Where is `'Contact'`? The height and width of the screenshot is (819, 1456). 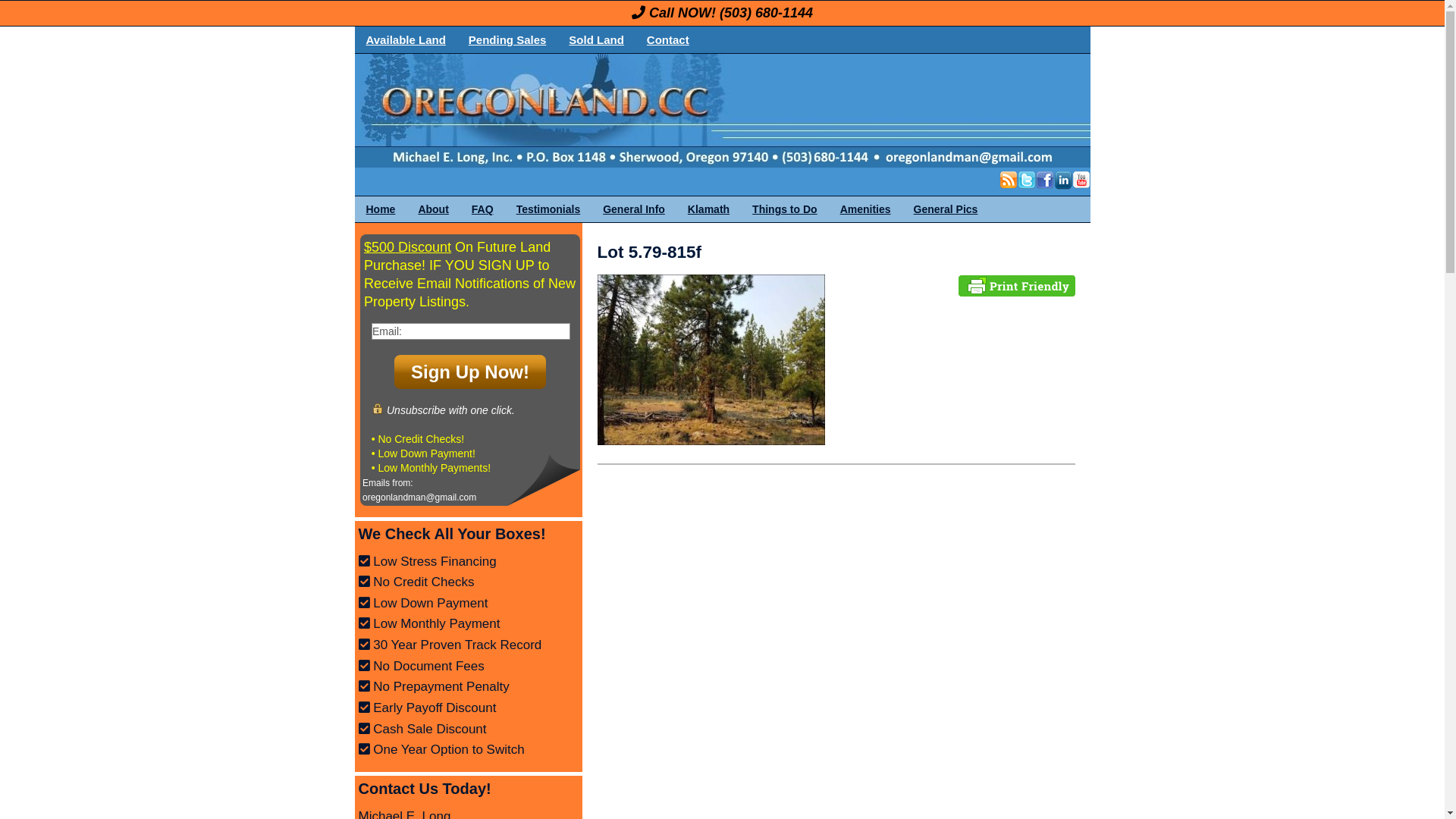
'Contact' is located at coordinates (667, 39).